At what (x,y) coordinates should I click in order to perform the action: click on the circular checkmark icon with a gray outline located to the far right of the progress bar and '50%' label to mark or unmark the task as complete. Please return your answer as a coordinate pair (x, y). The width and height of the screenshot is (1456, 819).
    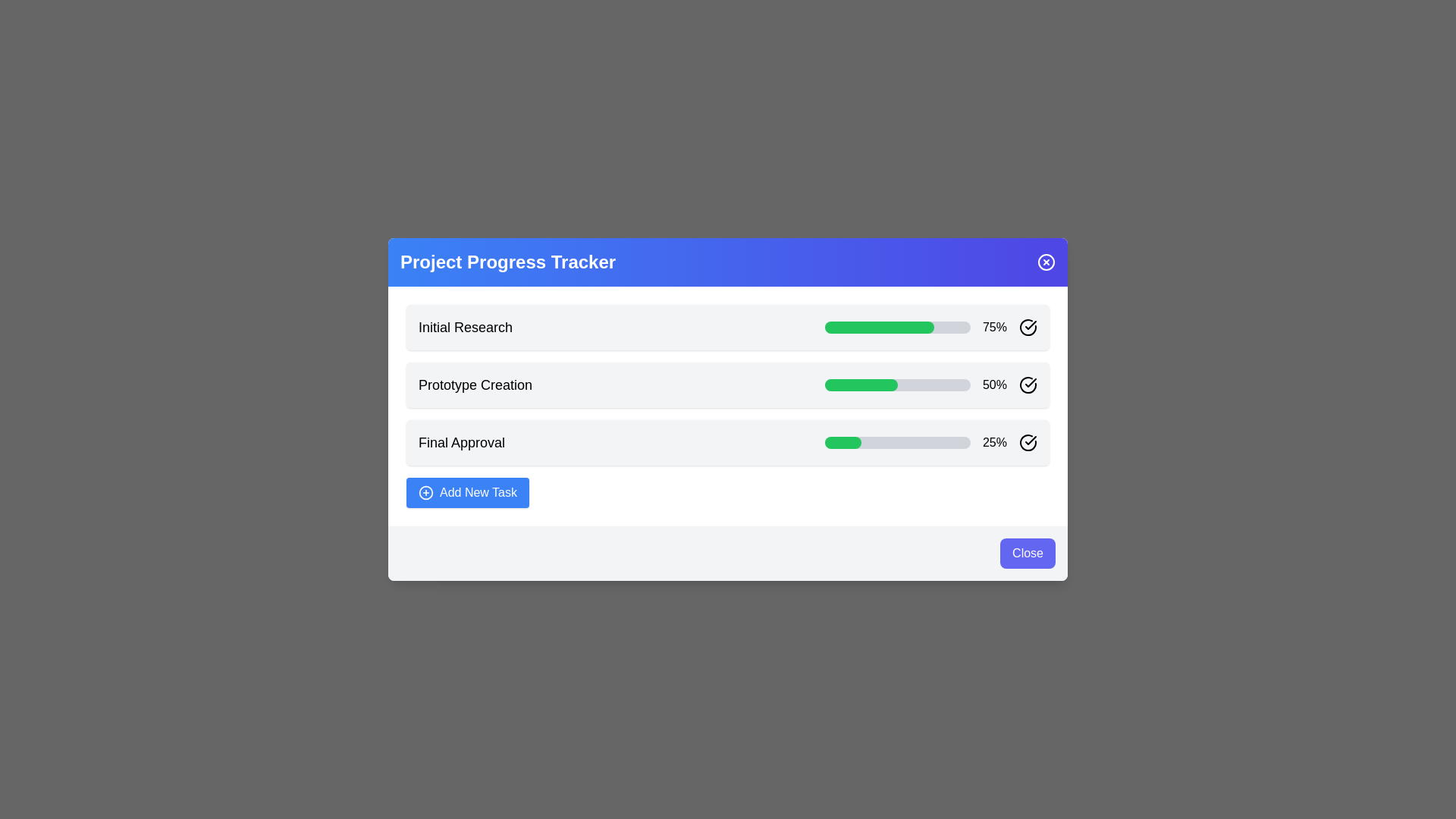
    Looking at the image, I should click on (1028, 384).